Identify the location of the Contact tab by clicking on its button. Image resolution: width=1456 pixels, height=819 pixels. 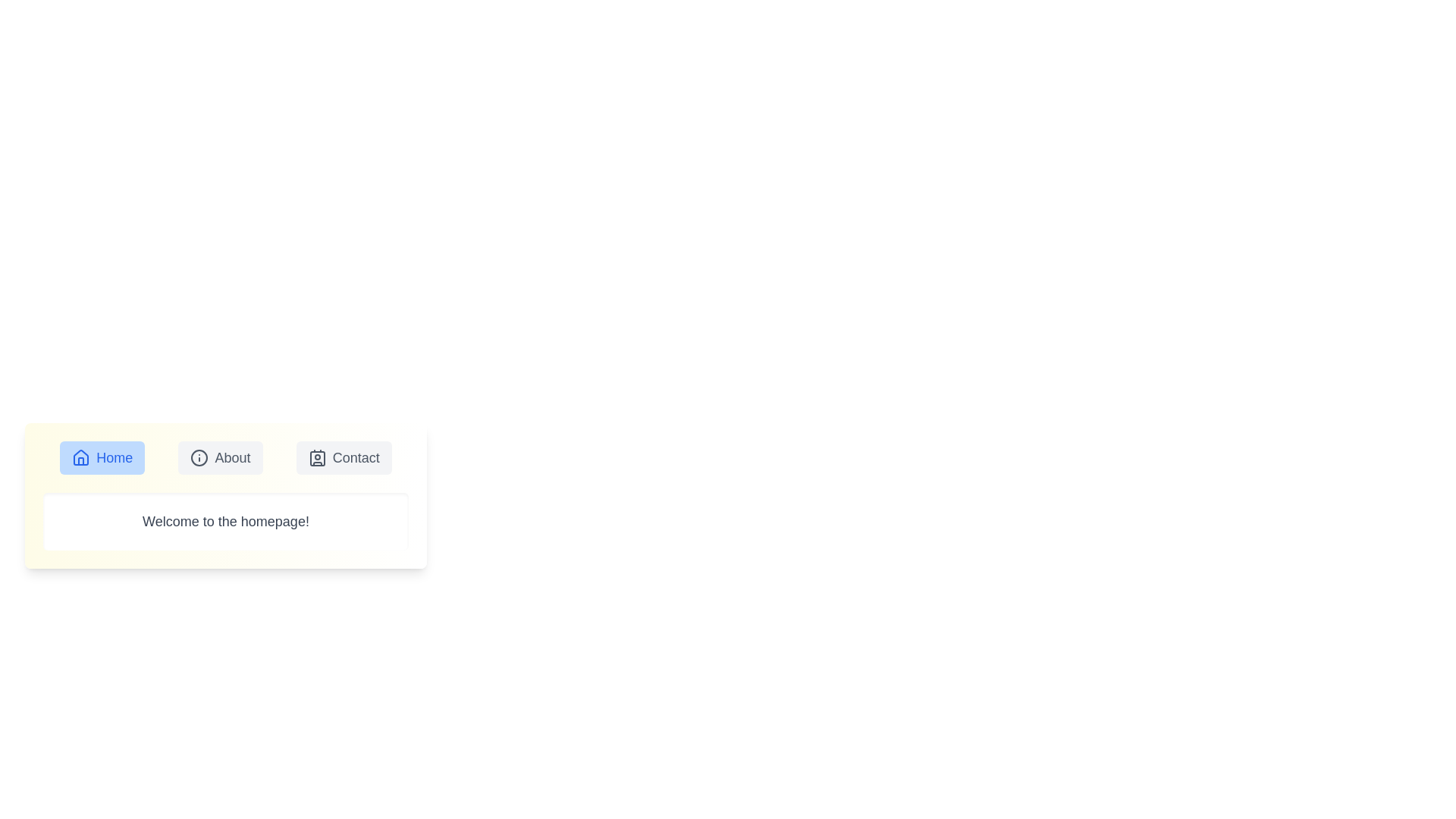
(344, 457).